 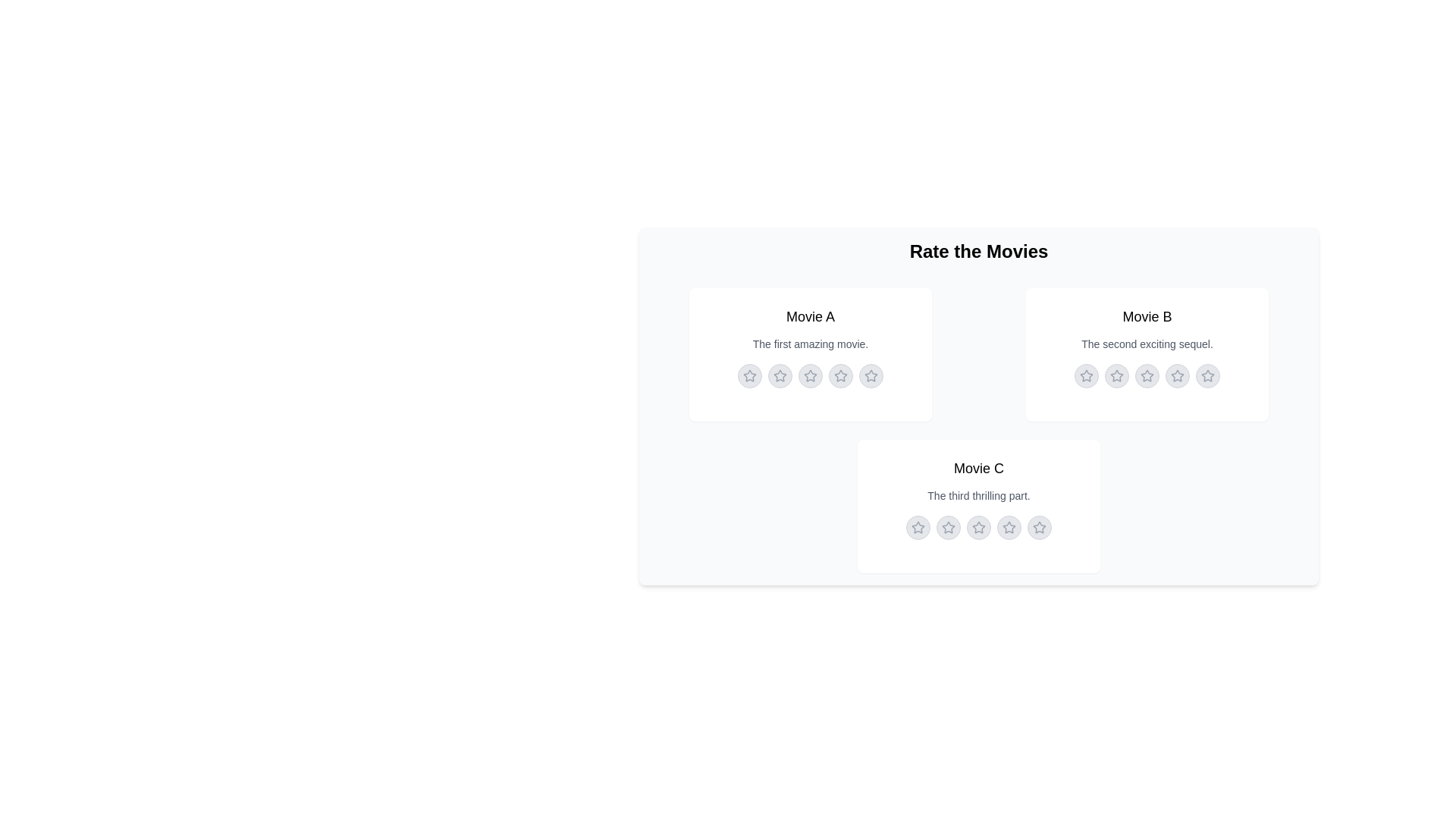 I want to click on the fifth rating star under 'Movie B', so click(x=1207, y=375).